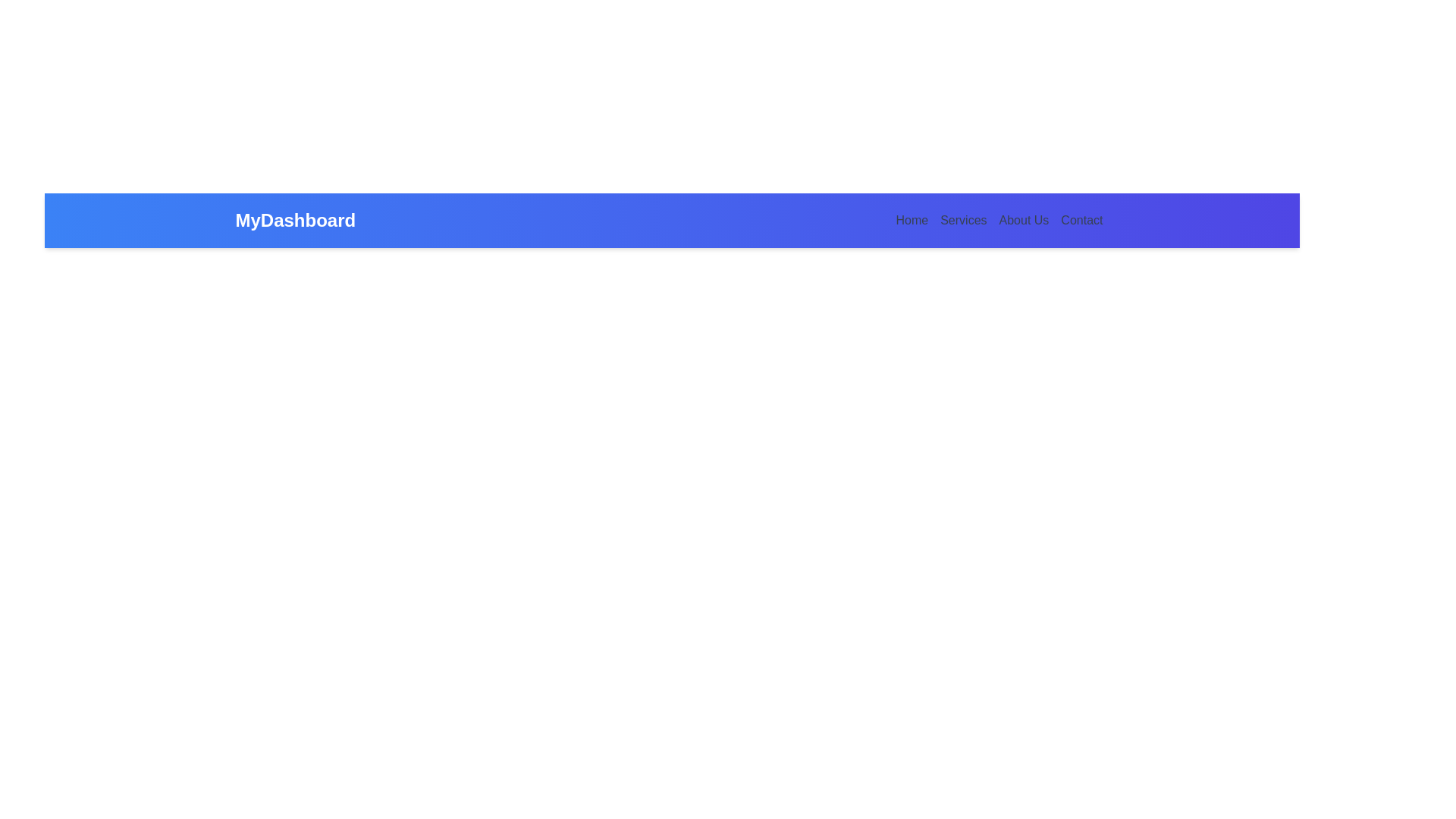 Image resolution: width=1456 pixels, height=819 pixels. Describe the element at coordinates (911, 220) in the screenshot. I see `the 'Home' navigation link, which is the first item` at that location.